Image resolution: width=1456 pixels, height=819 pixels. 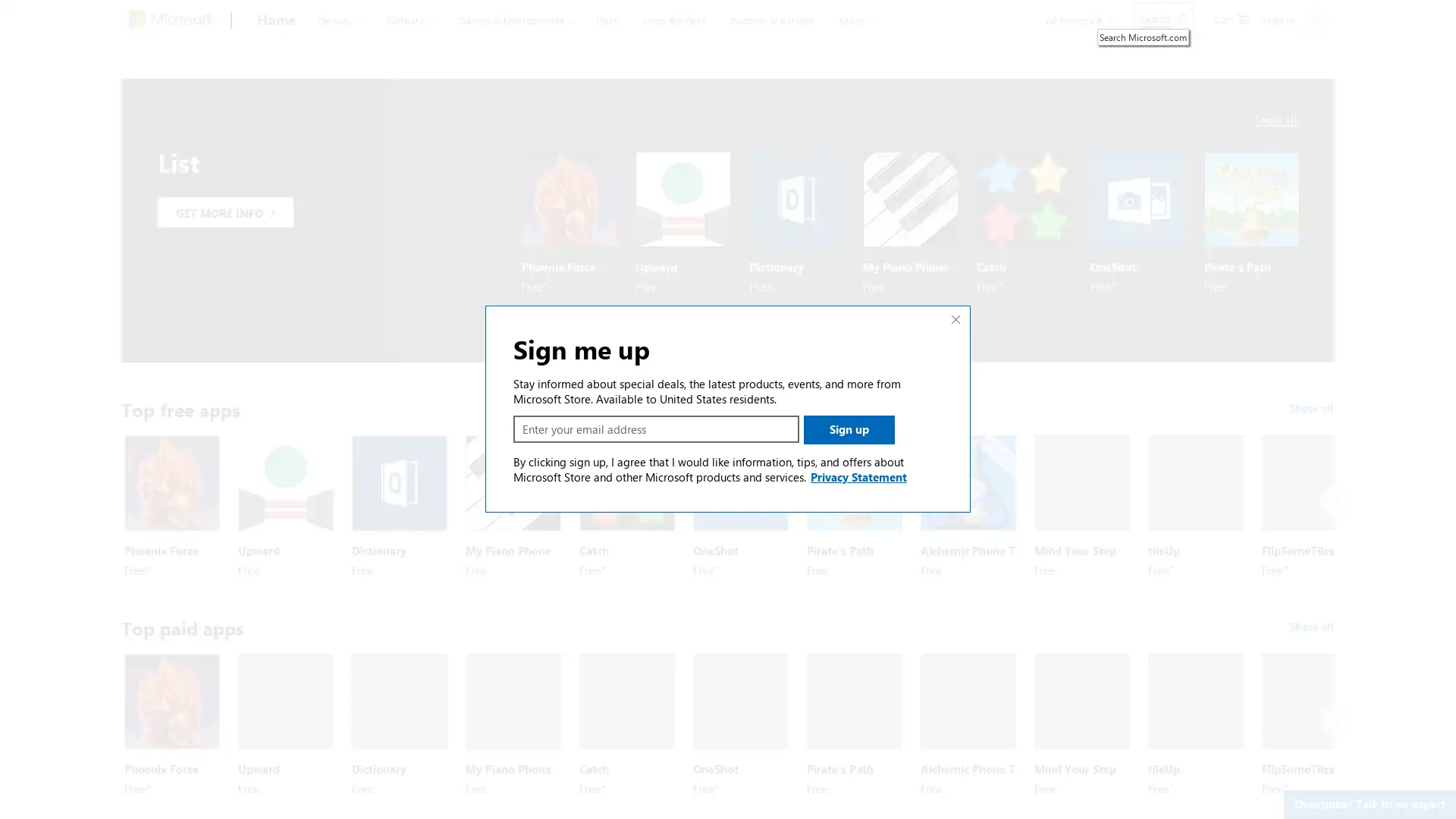 I want to click on Devices, so click(x=338, y=20).